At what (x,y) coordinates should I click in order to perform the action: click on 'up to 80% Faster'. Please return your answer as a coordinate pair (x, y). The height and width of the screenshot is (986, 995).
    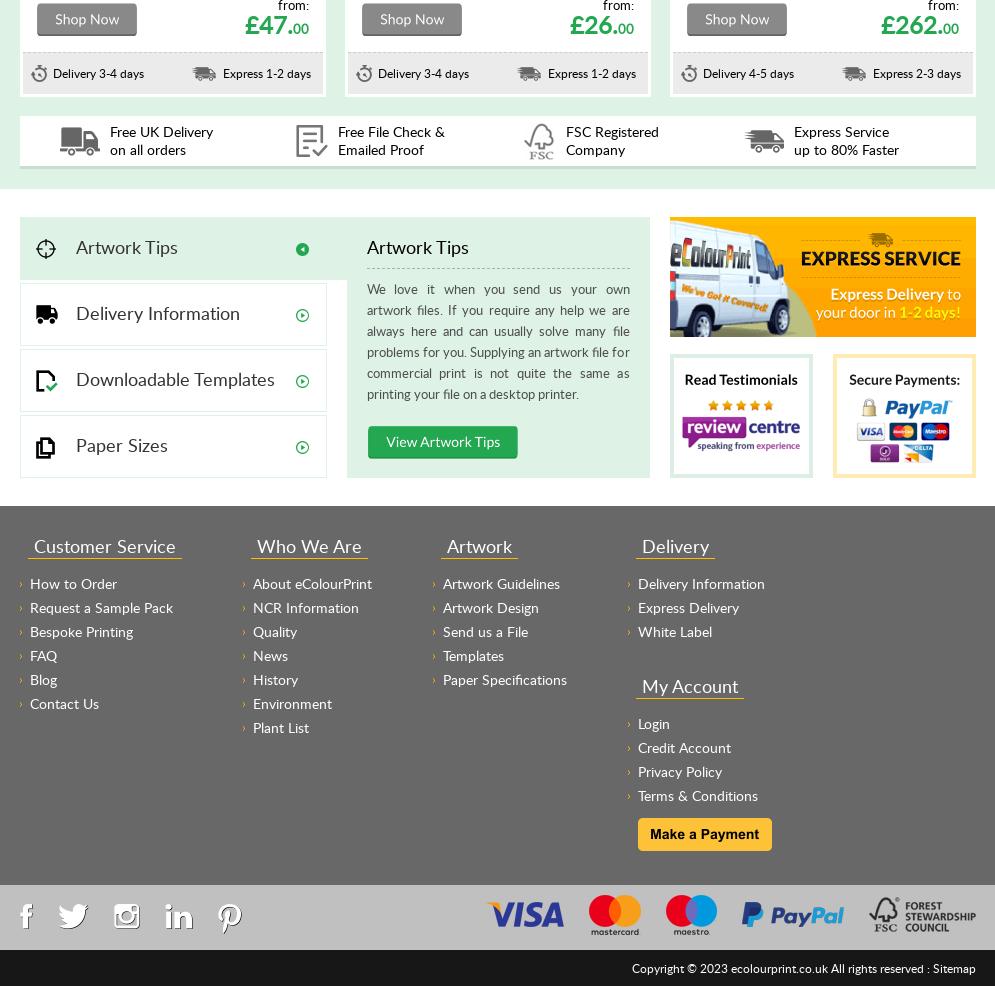
    Looking at the image, I should click on (845, 149).